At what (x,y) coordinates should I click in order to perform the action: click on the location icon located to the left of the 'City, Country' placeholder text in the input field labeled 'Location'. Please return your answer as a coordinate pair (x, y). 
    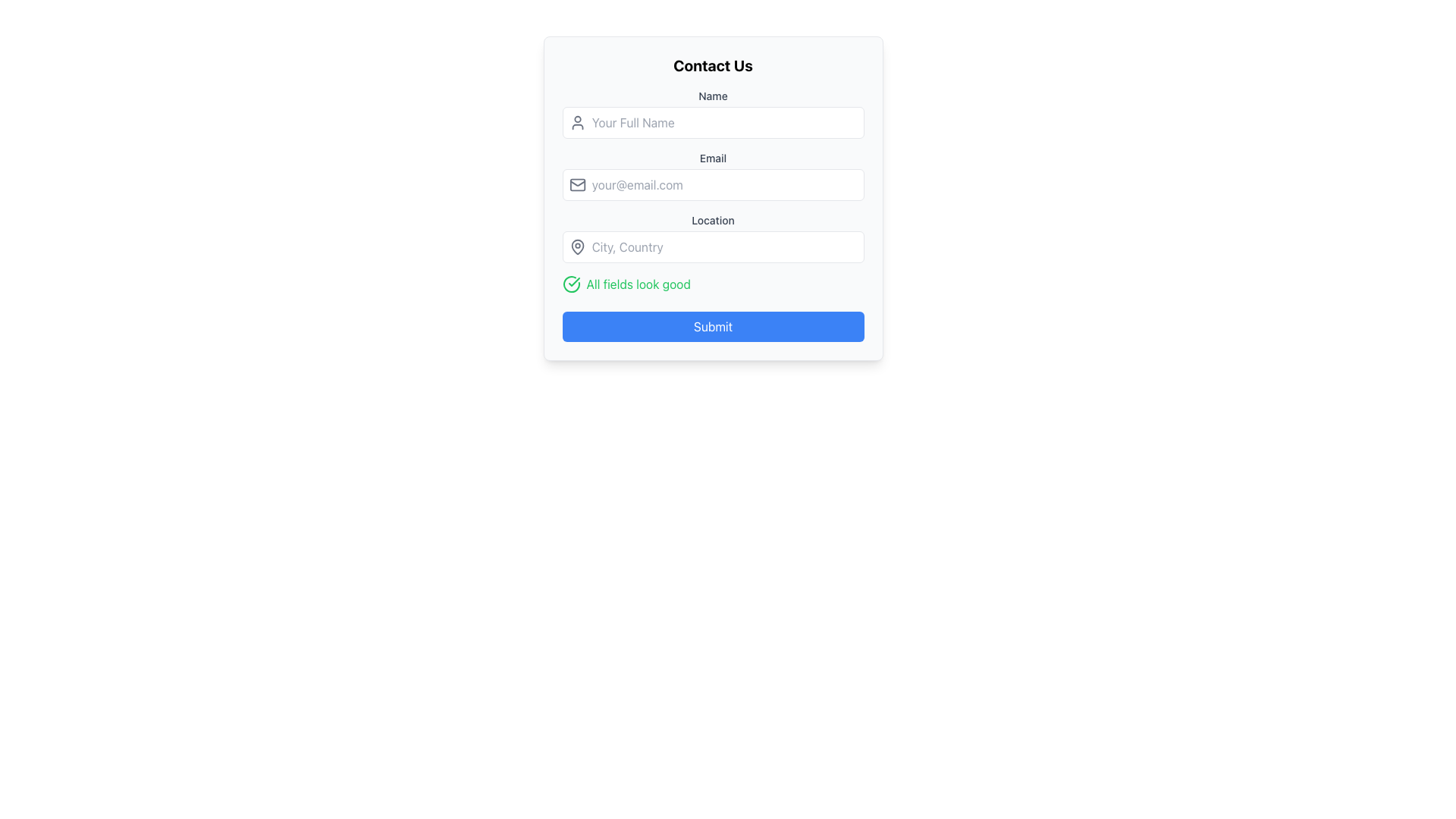
    Looking at the image, I should click on (576, 246).